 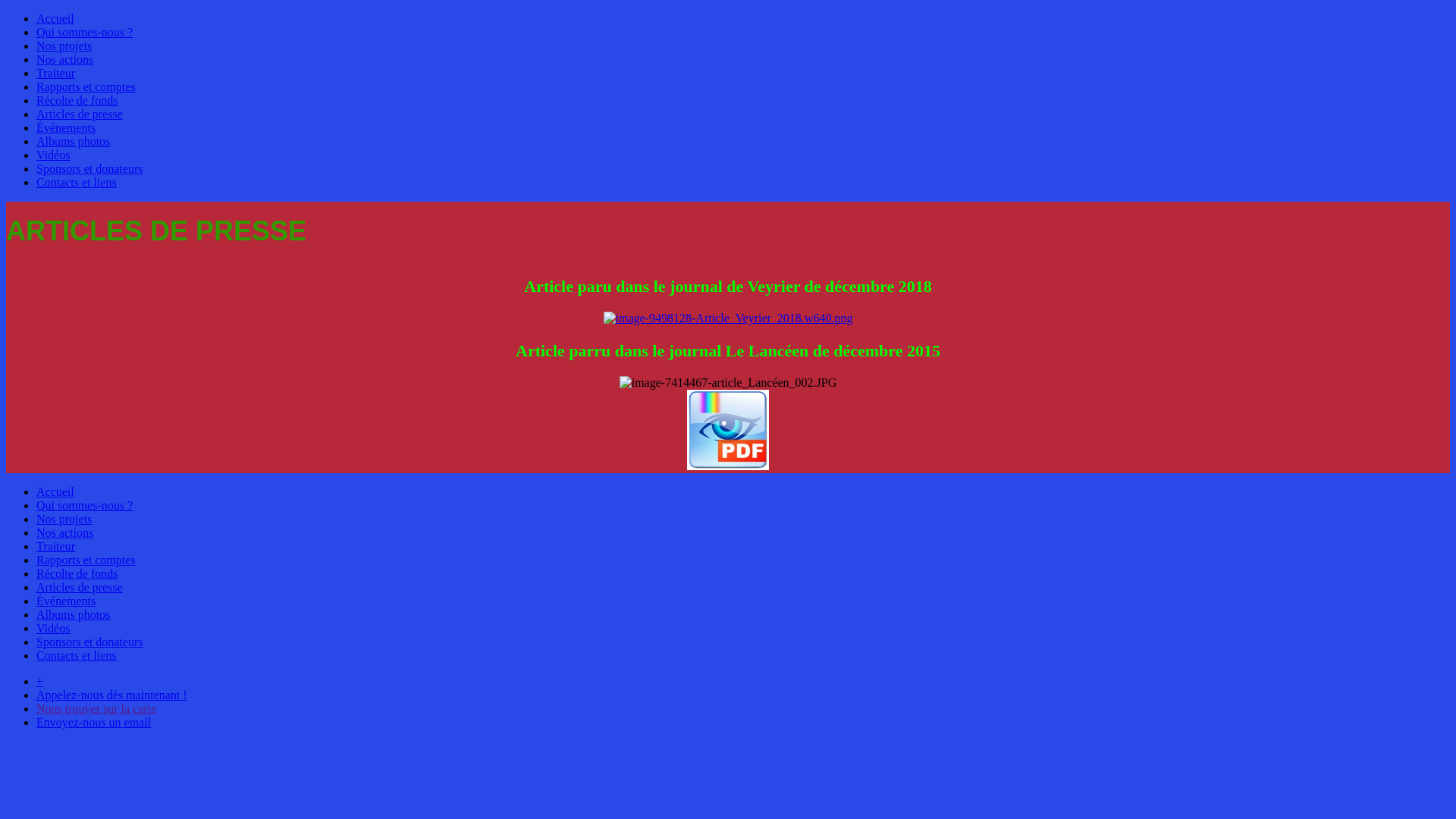 I want to click on 'Nos projets', so click(x=63, y=45).